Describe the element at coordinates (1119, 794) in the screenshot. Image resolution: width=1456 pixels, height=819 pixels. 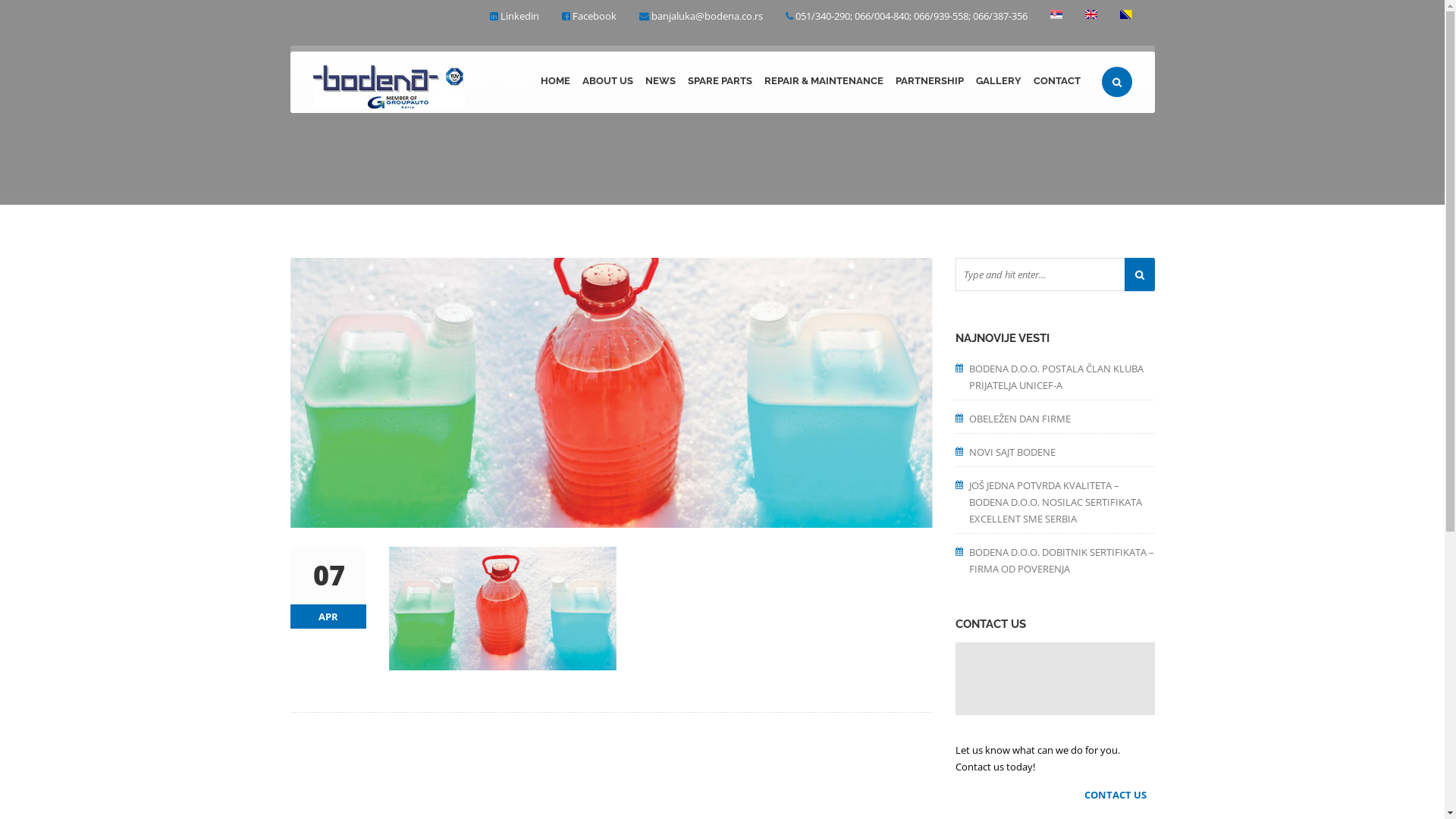
I see `'CONTACT US'` at that location.